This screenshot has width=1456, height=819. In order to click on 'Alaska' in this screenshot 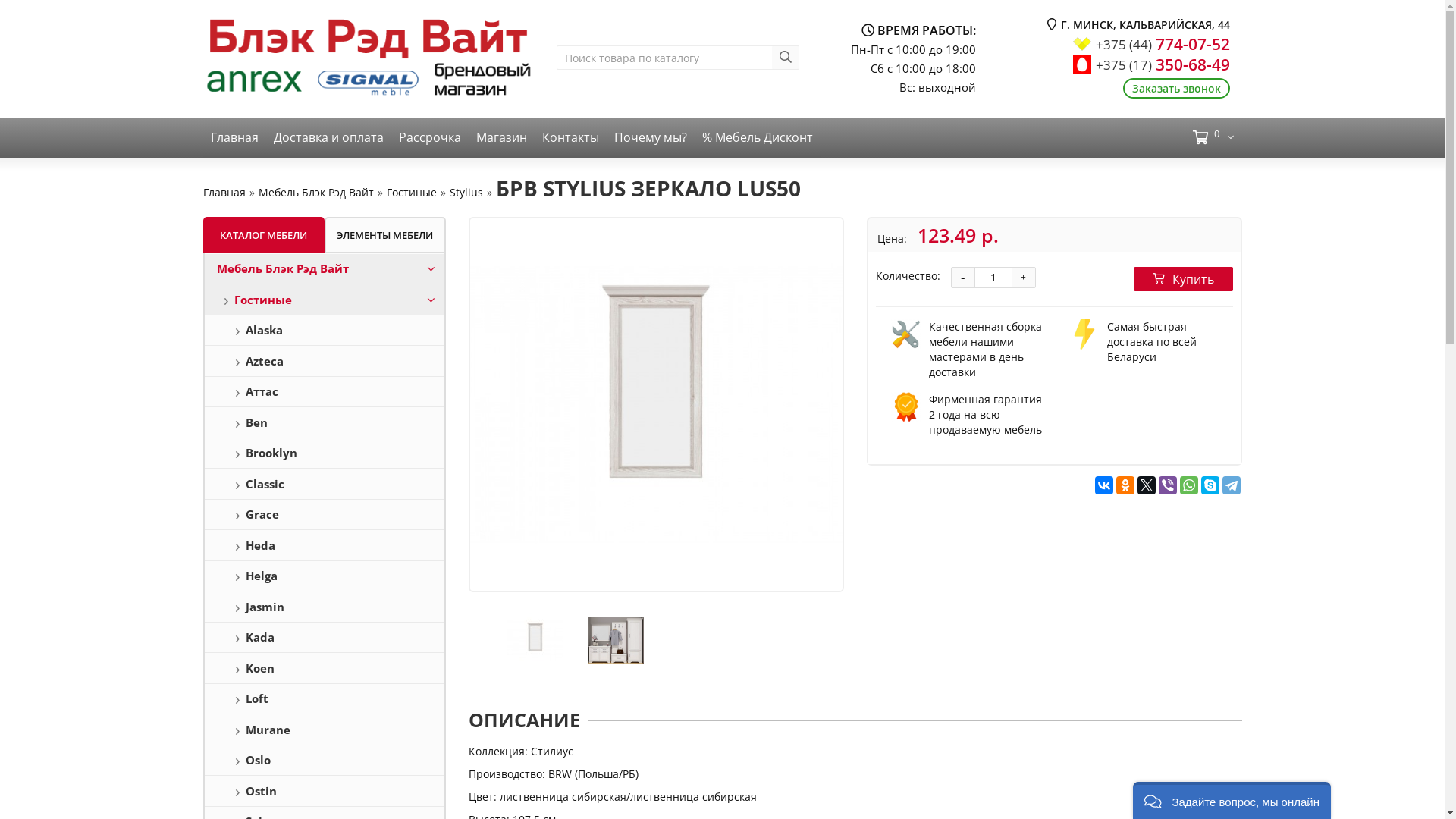, I will do `click(323, 329)`.